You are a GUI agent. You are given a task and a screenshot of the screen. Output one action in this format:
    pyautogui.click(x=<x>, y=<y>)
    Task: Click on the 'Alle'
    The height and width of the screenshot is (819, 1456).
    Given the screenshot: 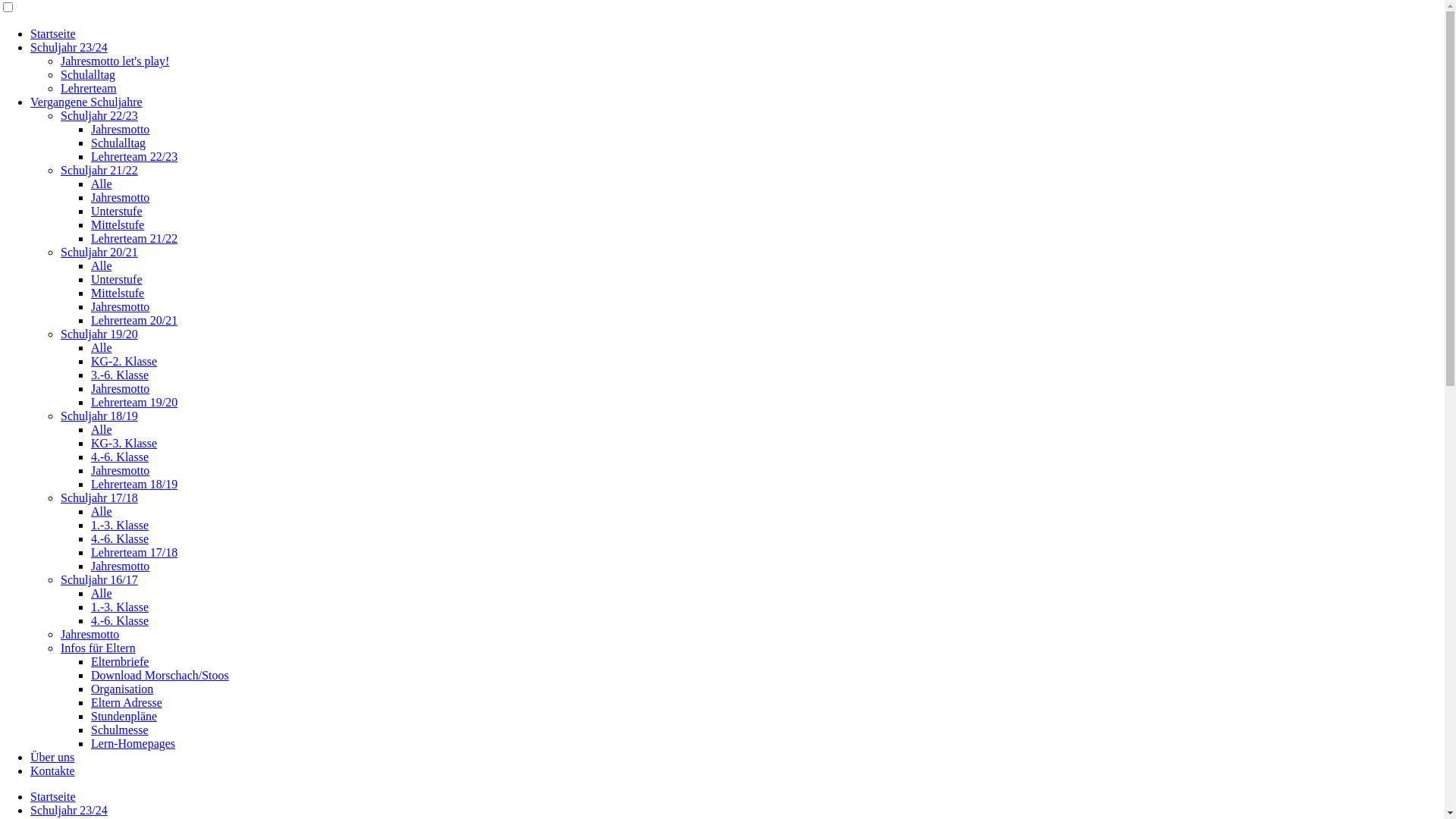 What is the action you would take?
    pyautogui.click(x=101, y=183)
    